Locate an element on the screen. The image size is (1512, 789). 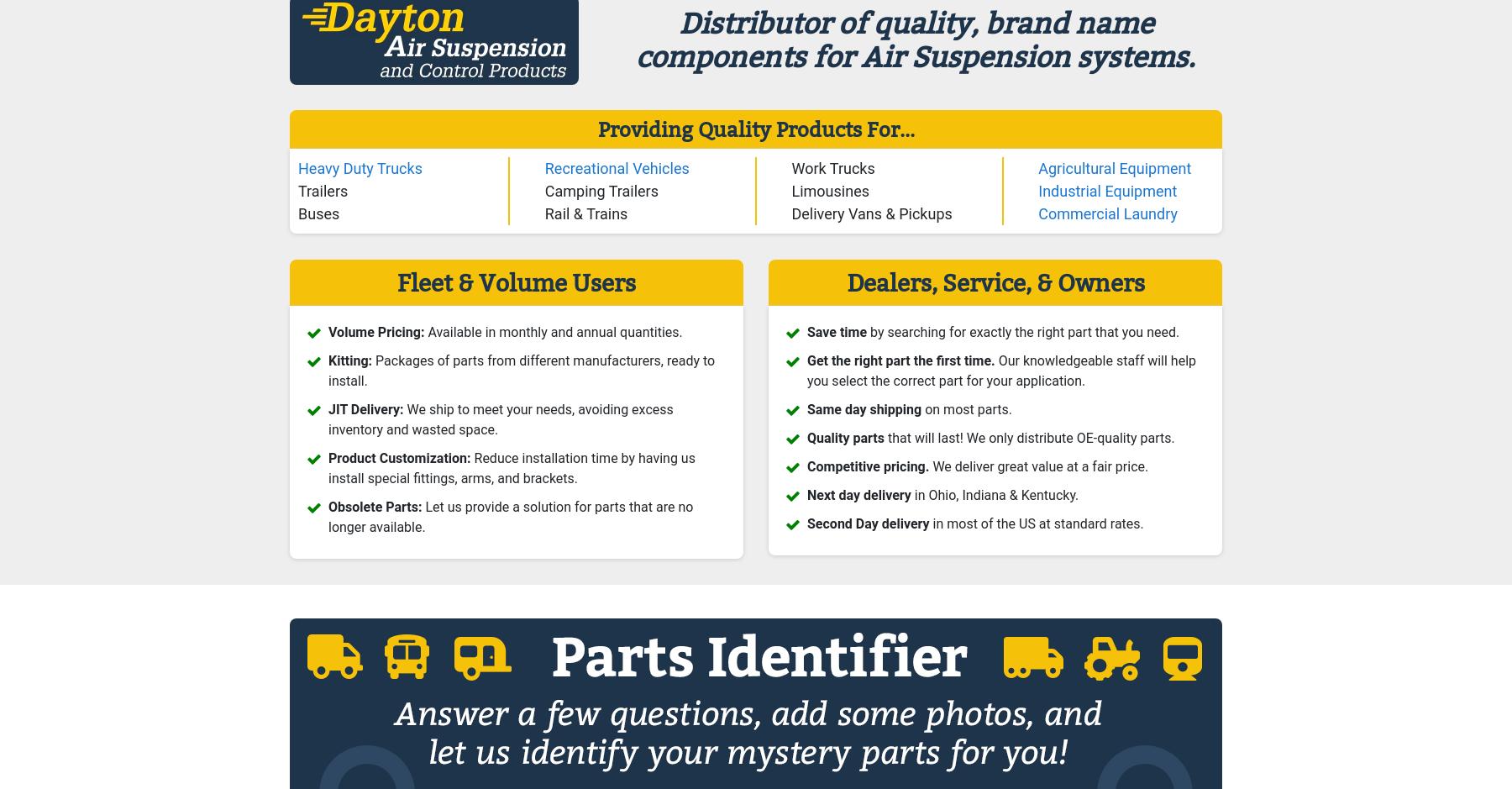
'that will last! We only distribute OE-quality parts.' is located at coordinates (1028, 438).